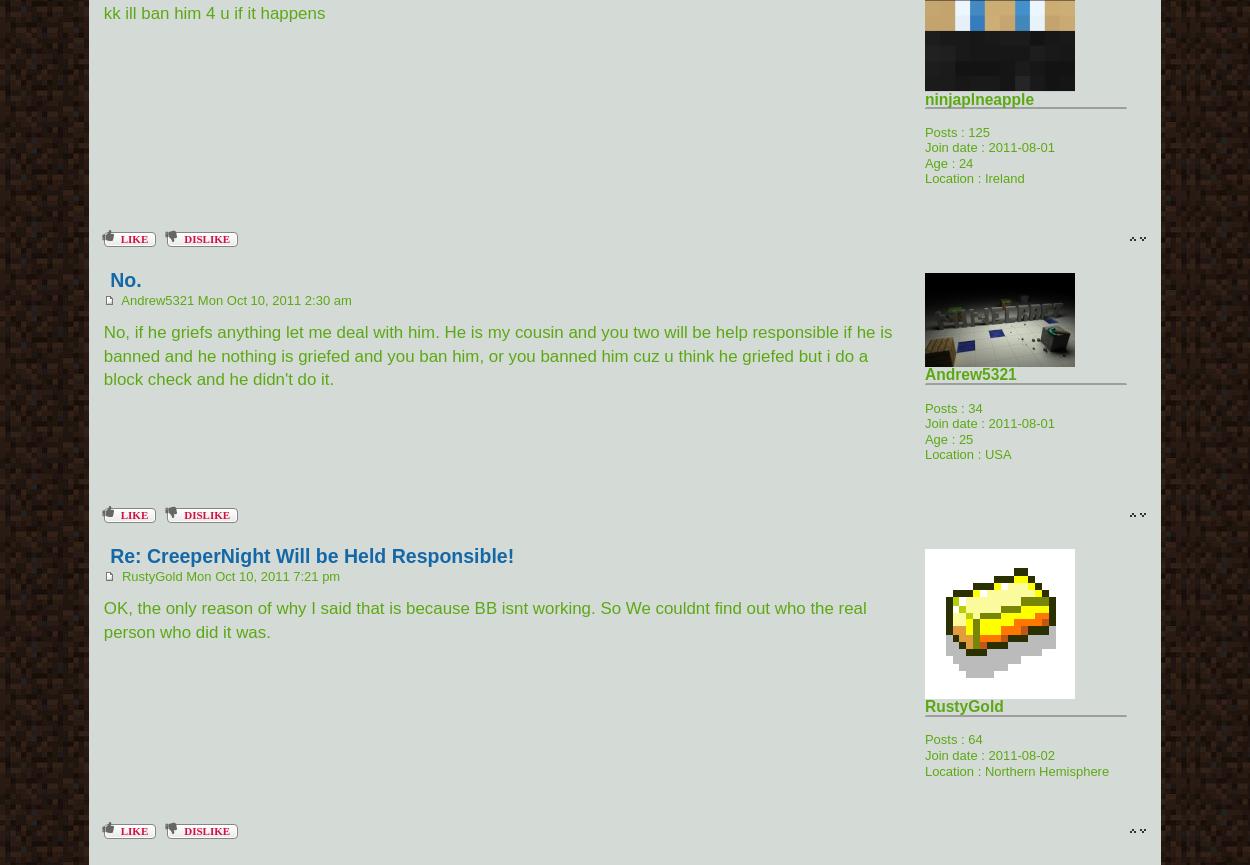 This screenshot has height=865, width=1250. I want to click on 'Re: CreeperNight Will be Held Responsible!', so click(312, 555).